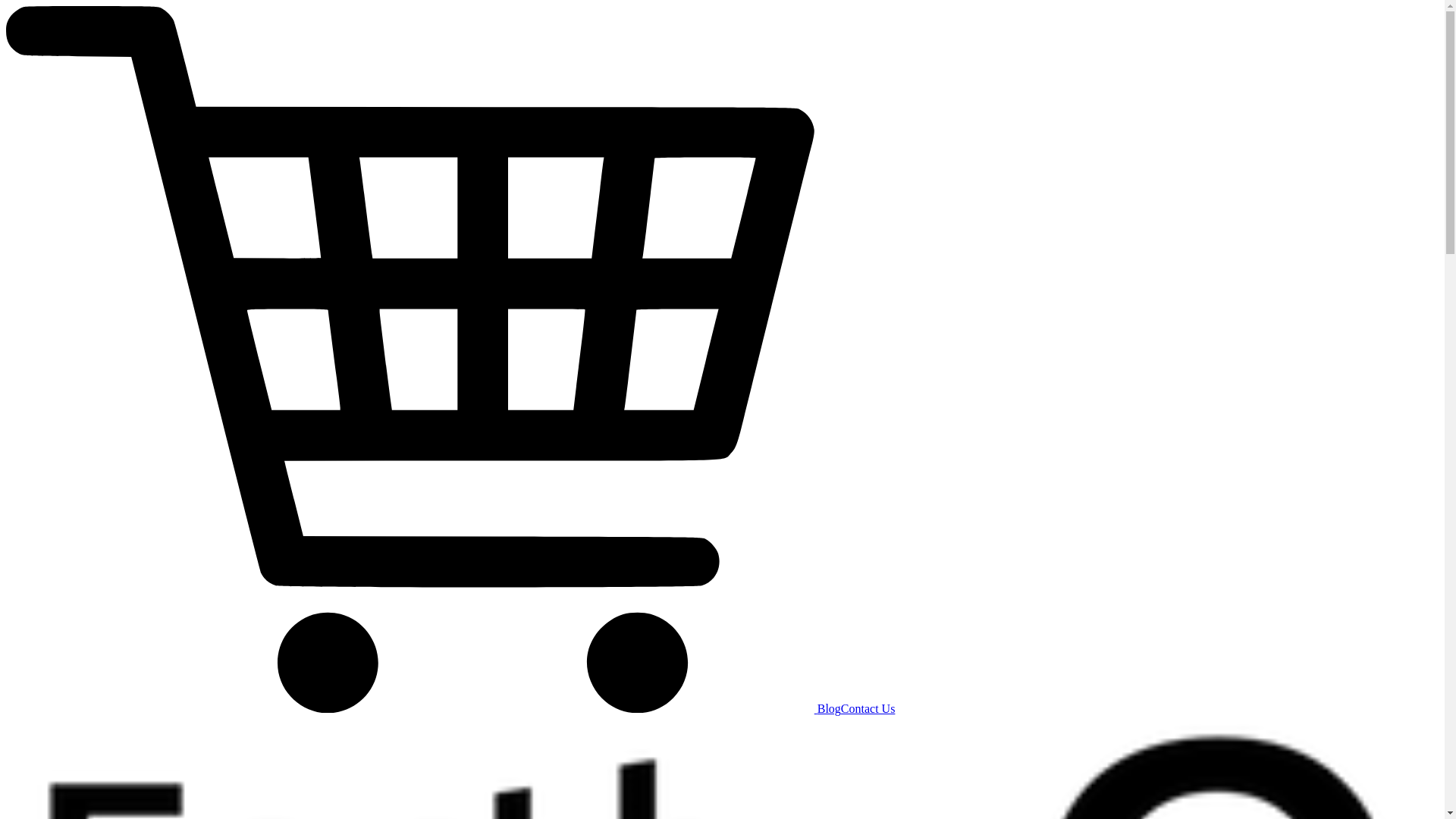 Image resolution: width=1456 pixels, height=819 pixels. Describe the element at coordinates (817, 708) in the screenshot. I see `'Blog'` at that location.